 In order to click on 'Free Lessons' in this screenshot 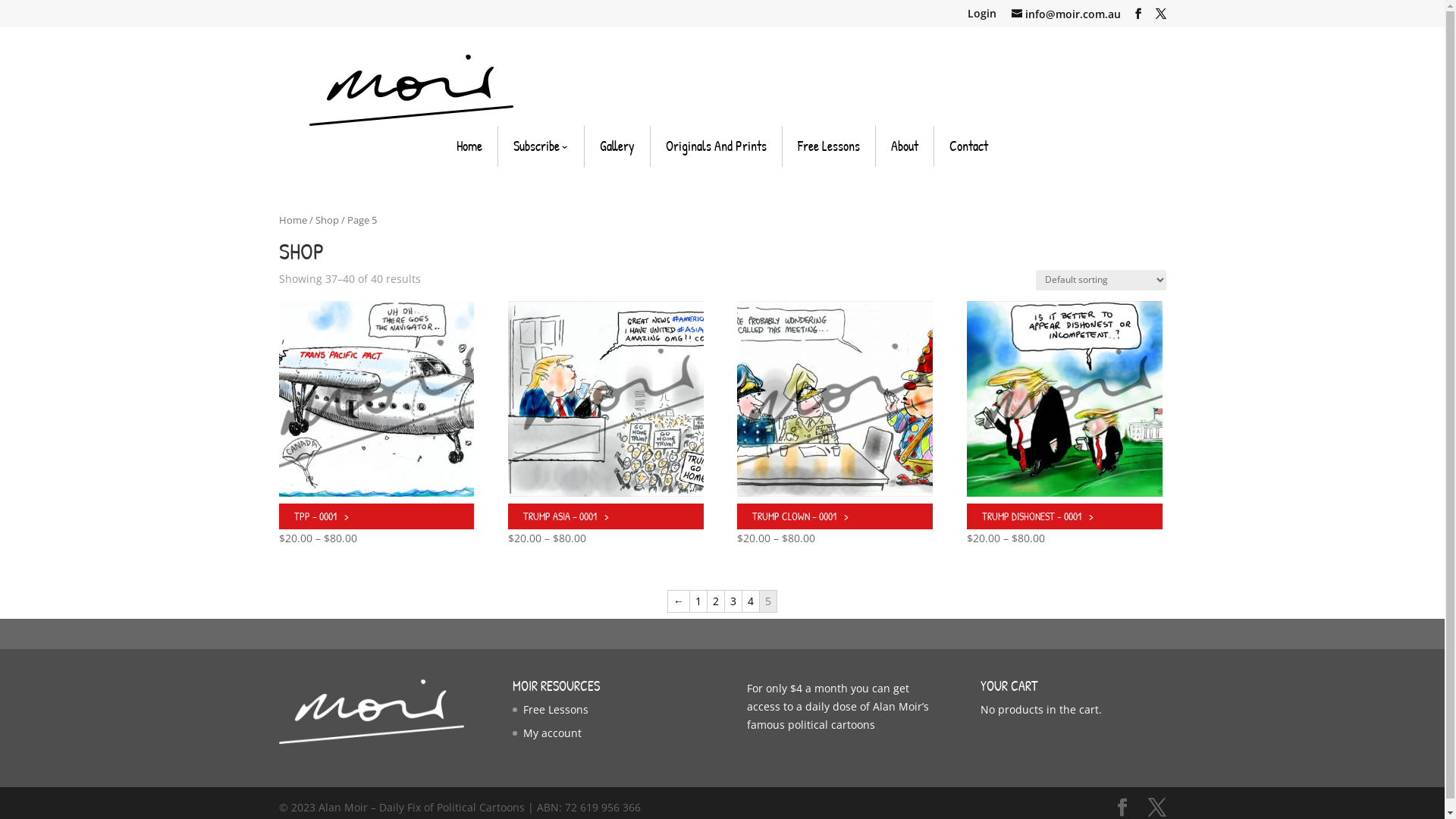, I will do `click(555, 709)`.